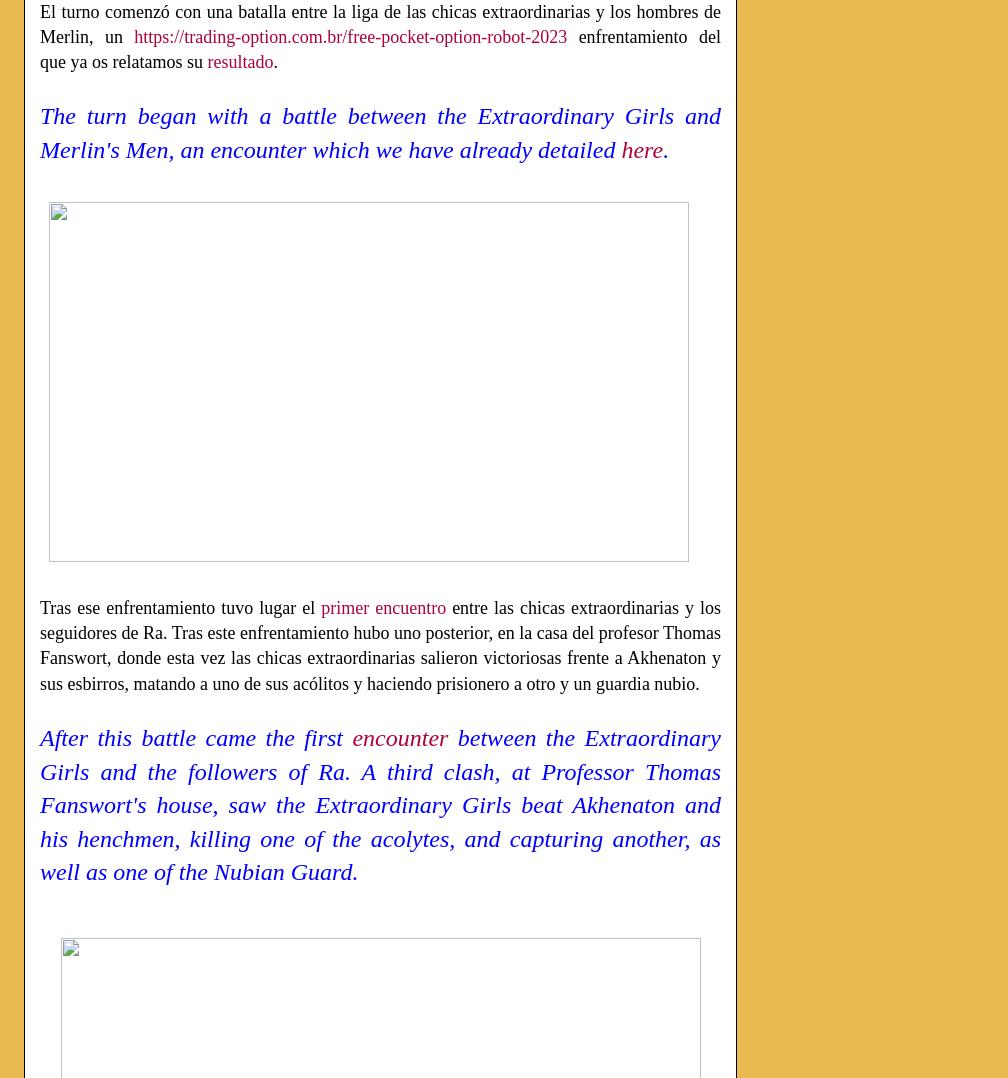 The height and width of the screenshot is (1078, 1008). What do you see at coordinates (40, 22) in the screenshot?
I see `'El turno comenzó con una batalla entre la liga de las chicas extraordinarias y los hombres de Merlin, un'` at bounding box center [40, 22].